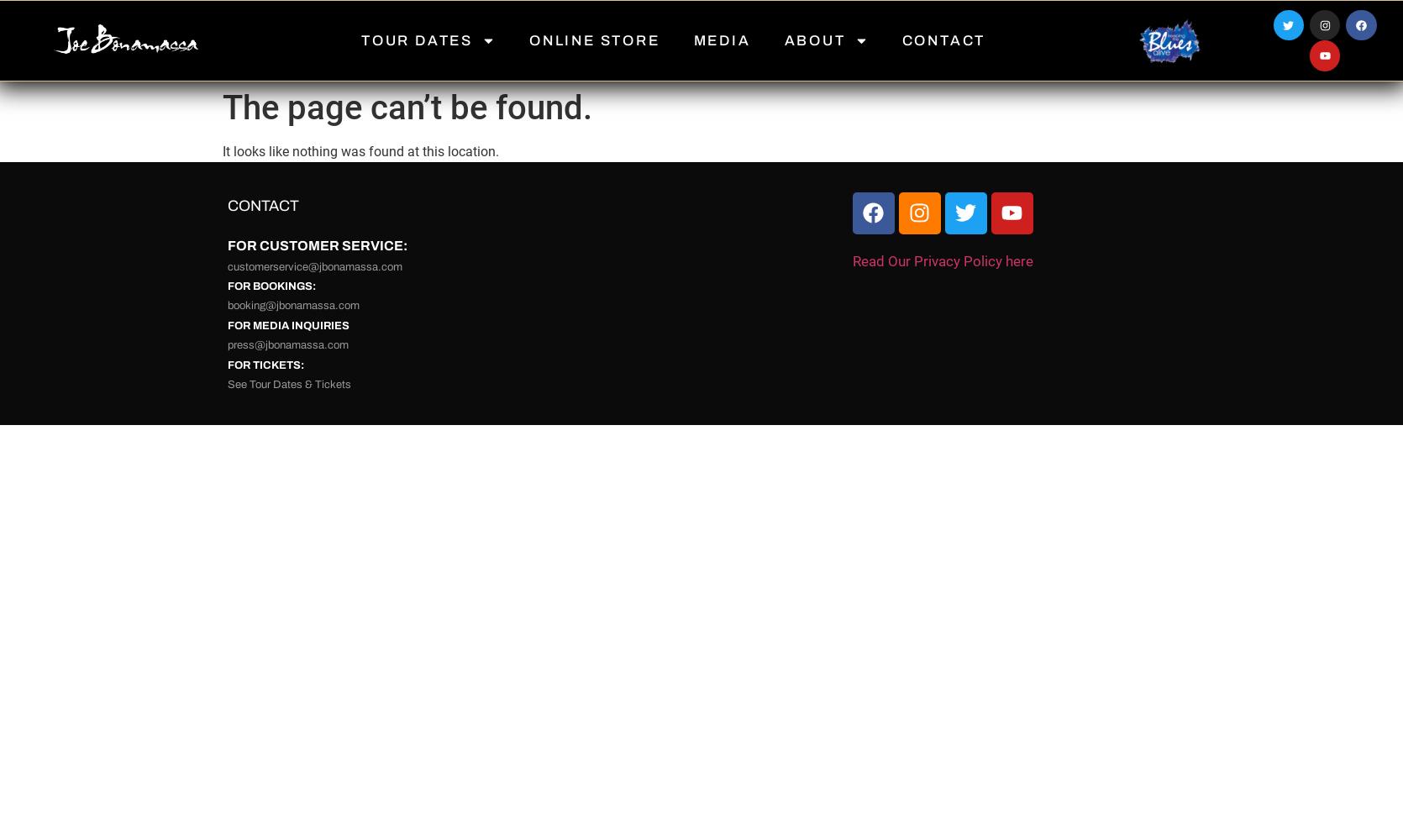 This screenshot has height=840, width=1403. I want to click on 'ABOUT', so click(813, 39).